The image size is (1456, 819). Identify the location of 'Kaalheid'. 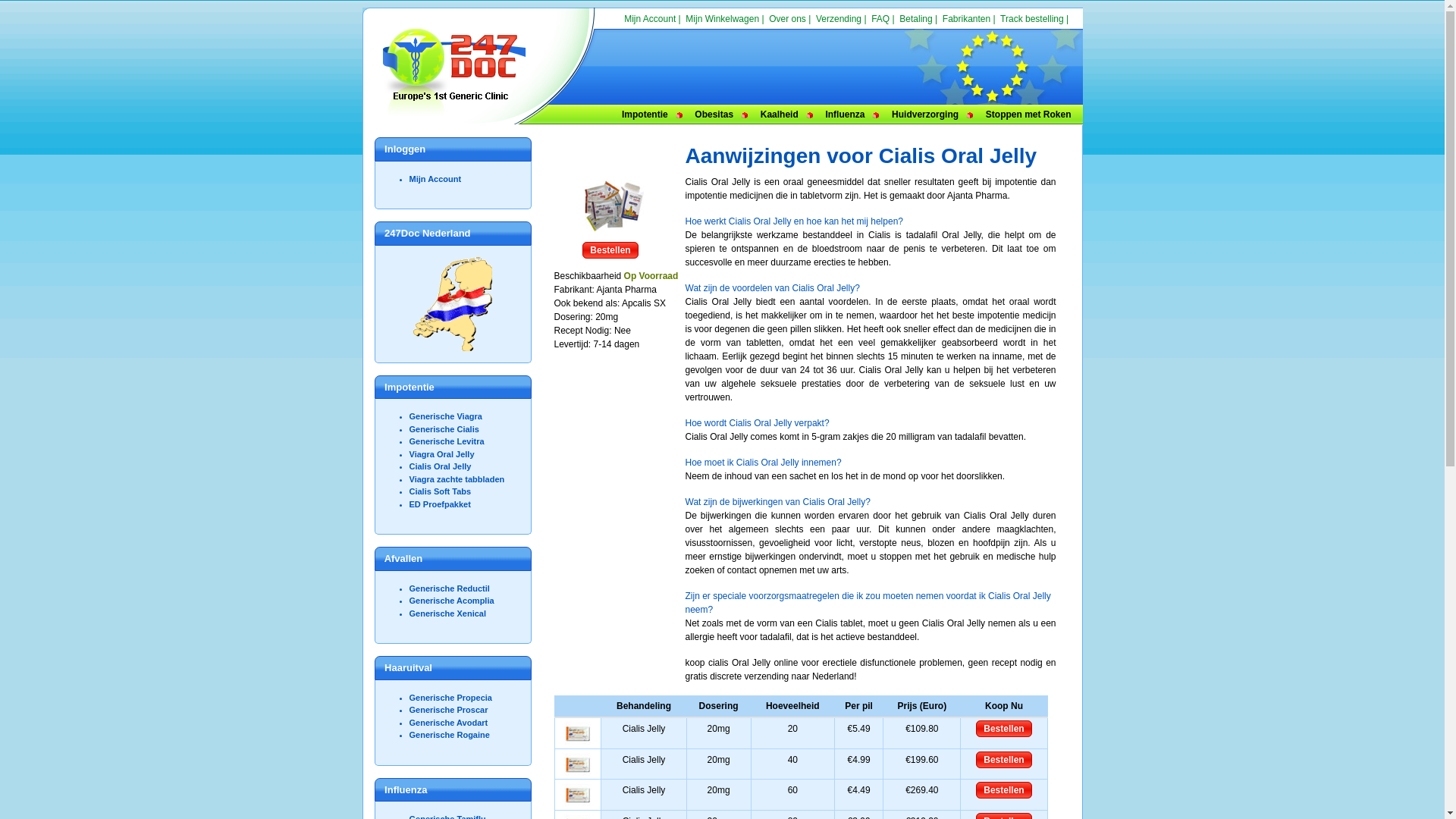
(779, 113).